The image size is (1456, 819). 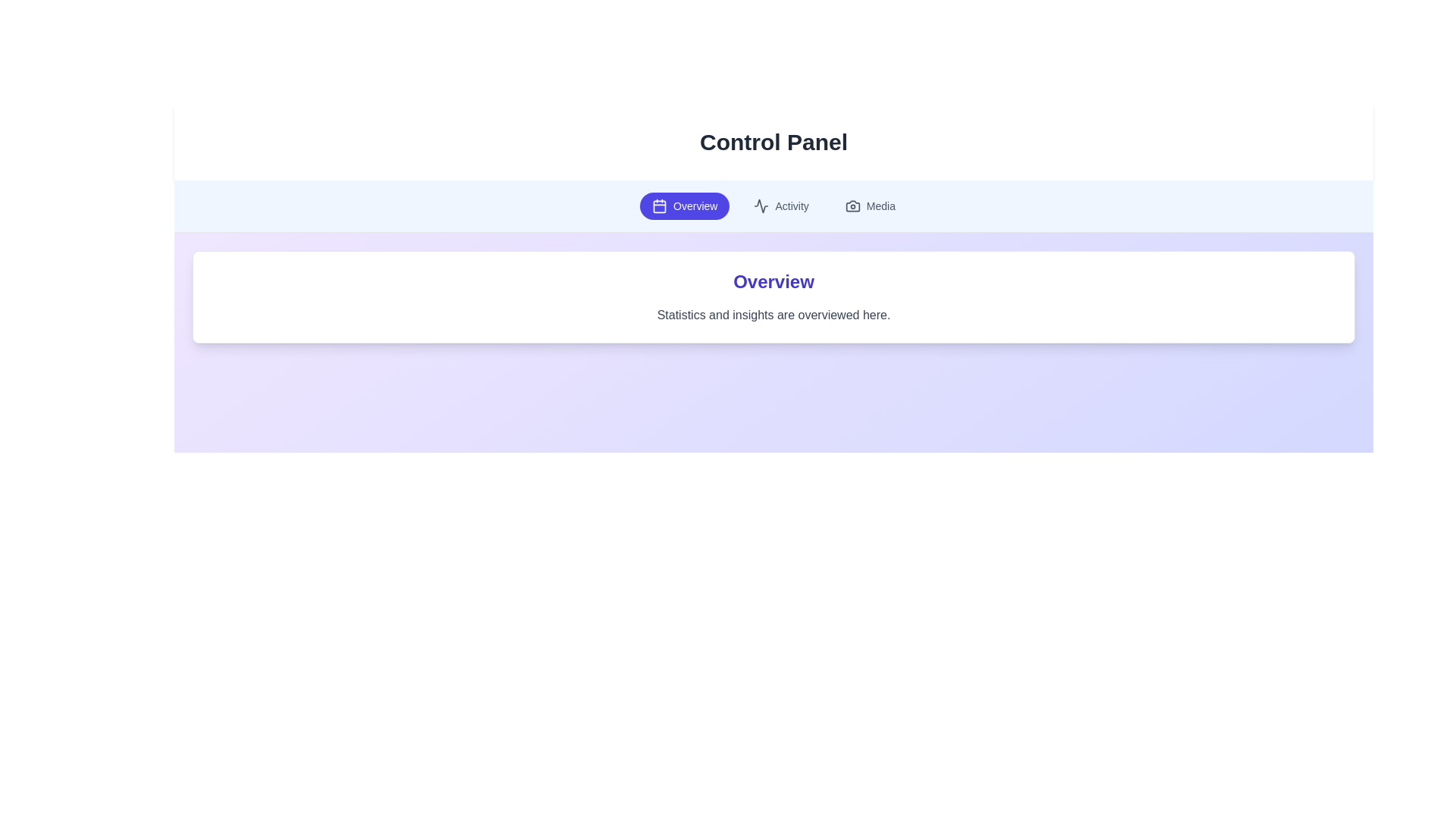 What do you see at coordinates (781, 206) in the screenshot?
I see `the 'Activity' button with rounded corners, gray text, and a line chart icon to change its background color` at bounding box center [781, 206].